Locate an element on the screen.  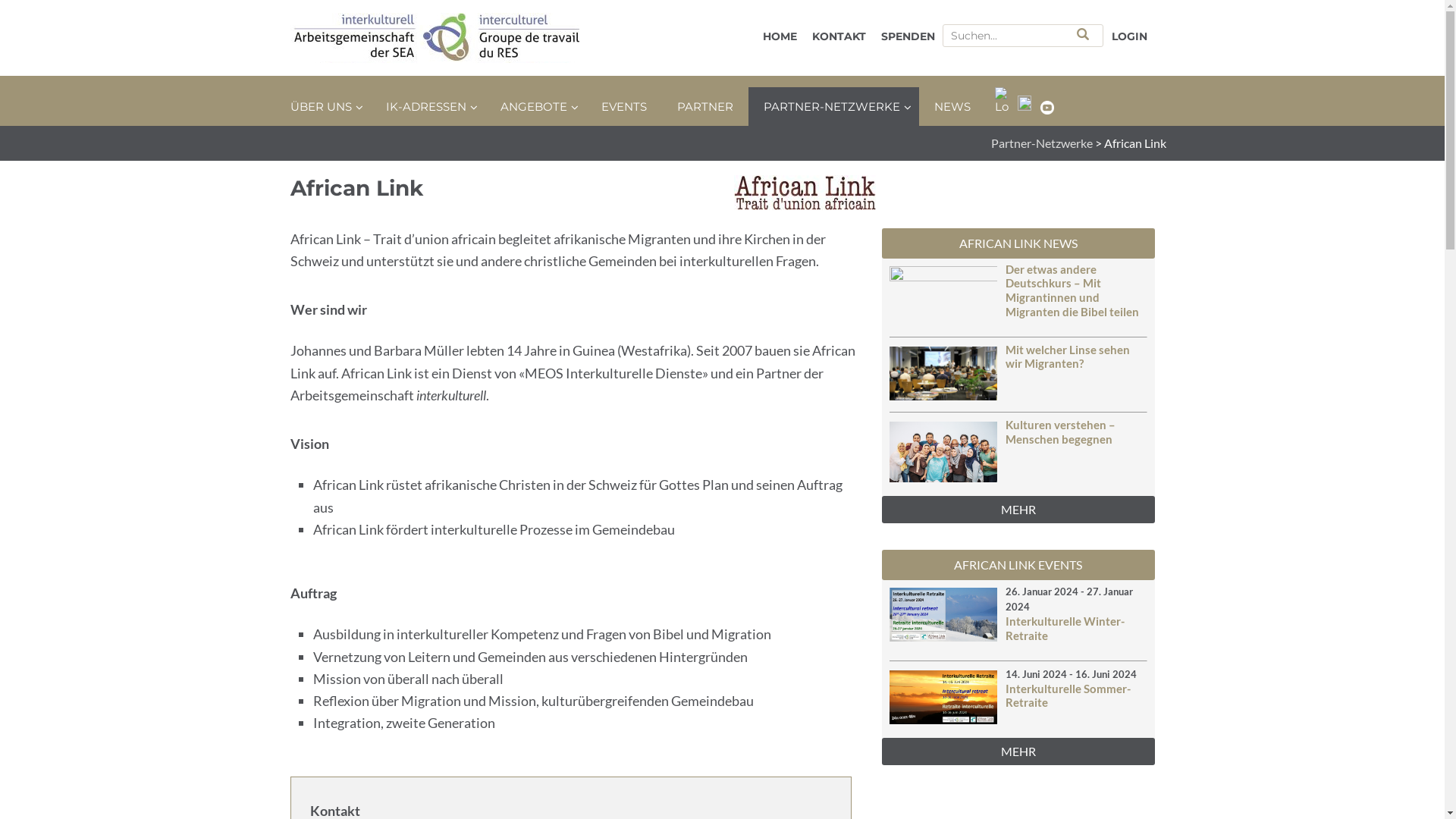
'NEWS' is located at coordinates (952, 105).